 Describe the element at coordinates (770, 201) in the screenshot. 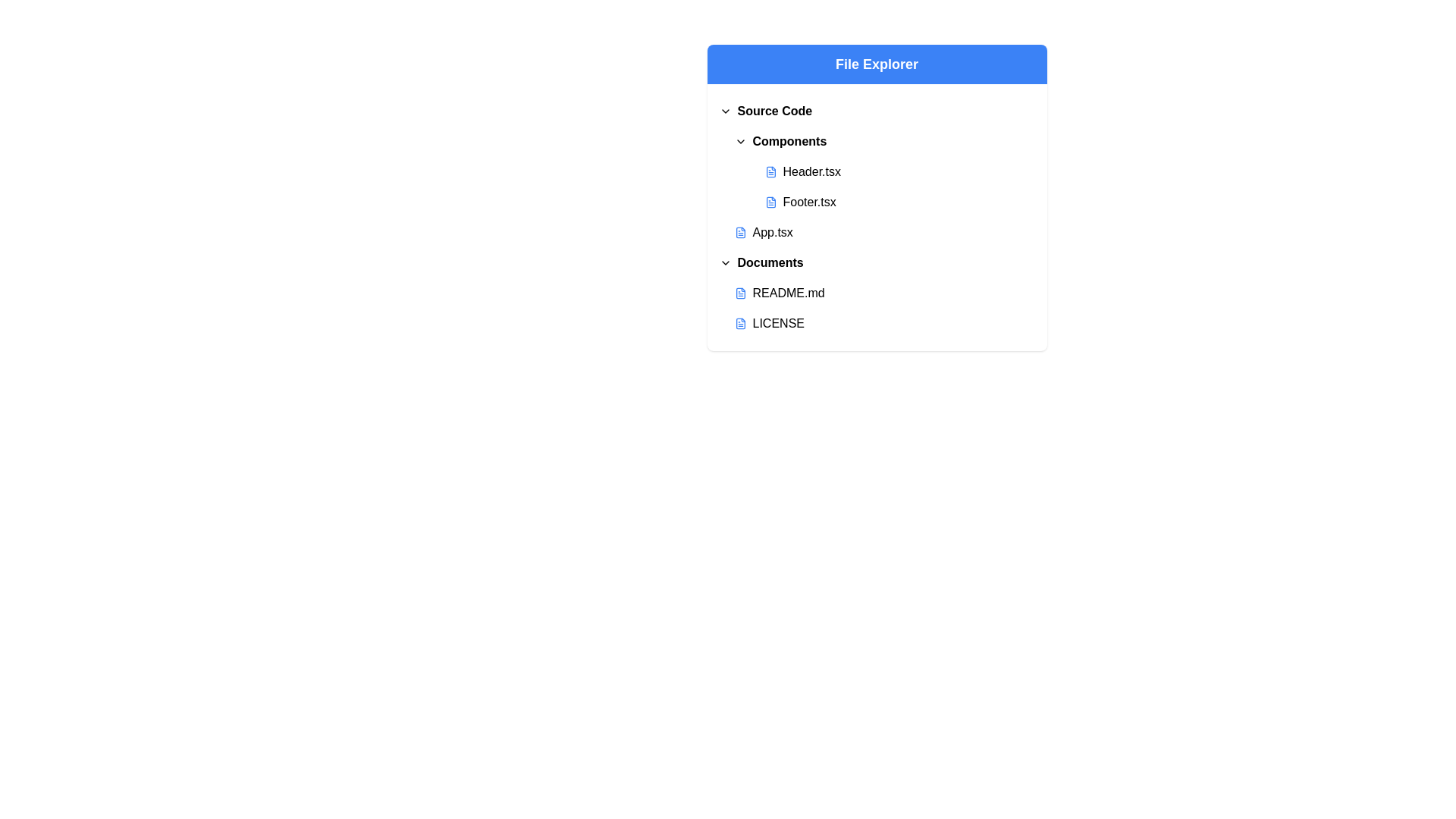

I see `the style and color of the SVG icon representing the file 'Footer.tsx' located in the file explorer panel, specifically as the second item under the 'Components' sub-header in the 'Source Code' section` at that location.